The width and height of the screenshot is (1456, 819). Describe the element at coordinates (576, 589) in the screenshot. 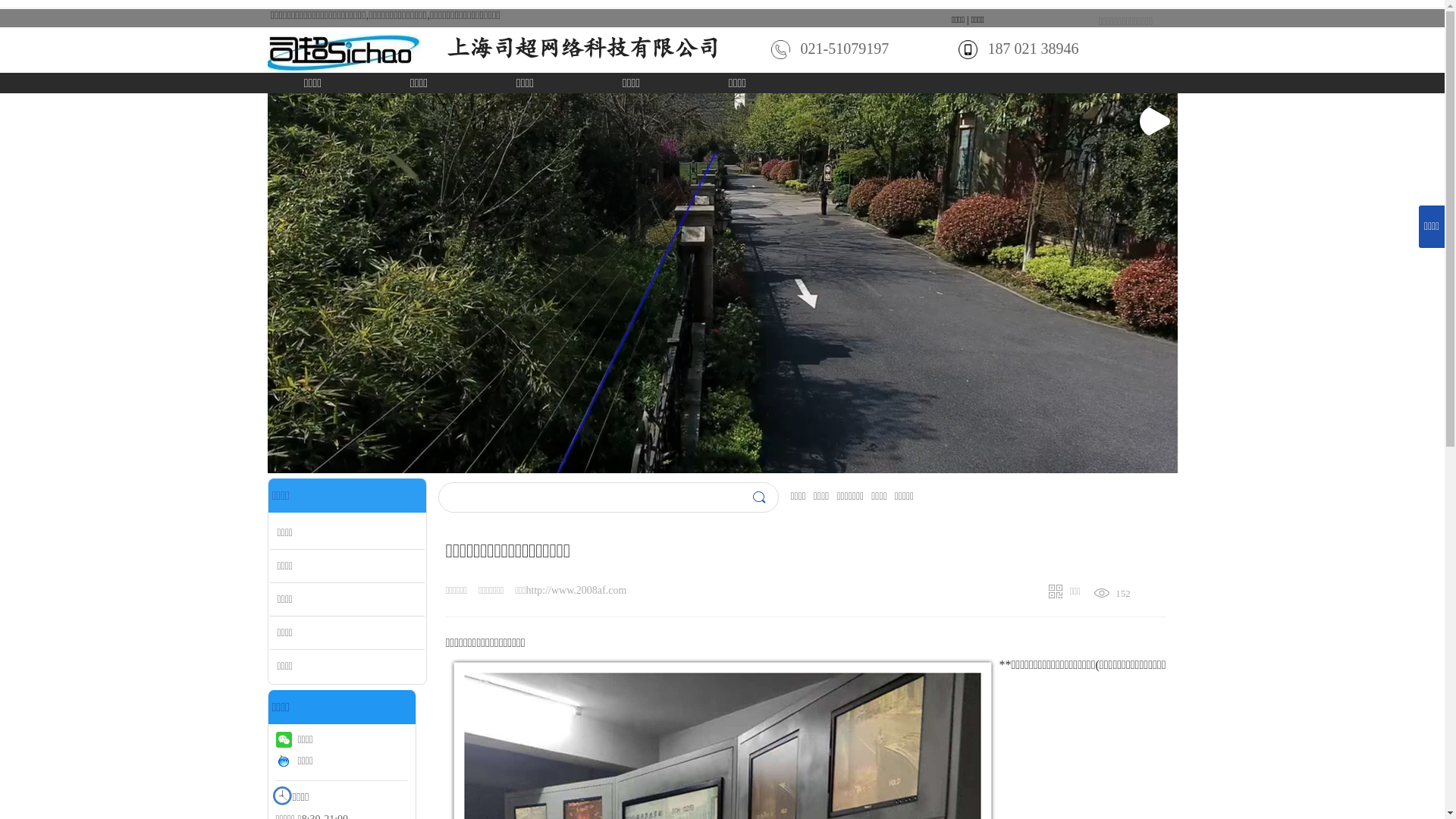

I see `'http://www.2008af.com'` at that location.